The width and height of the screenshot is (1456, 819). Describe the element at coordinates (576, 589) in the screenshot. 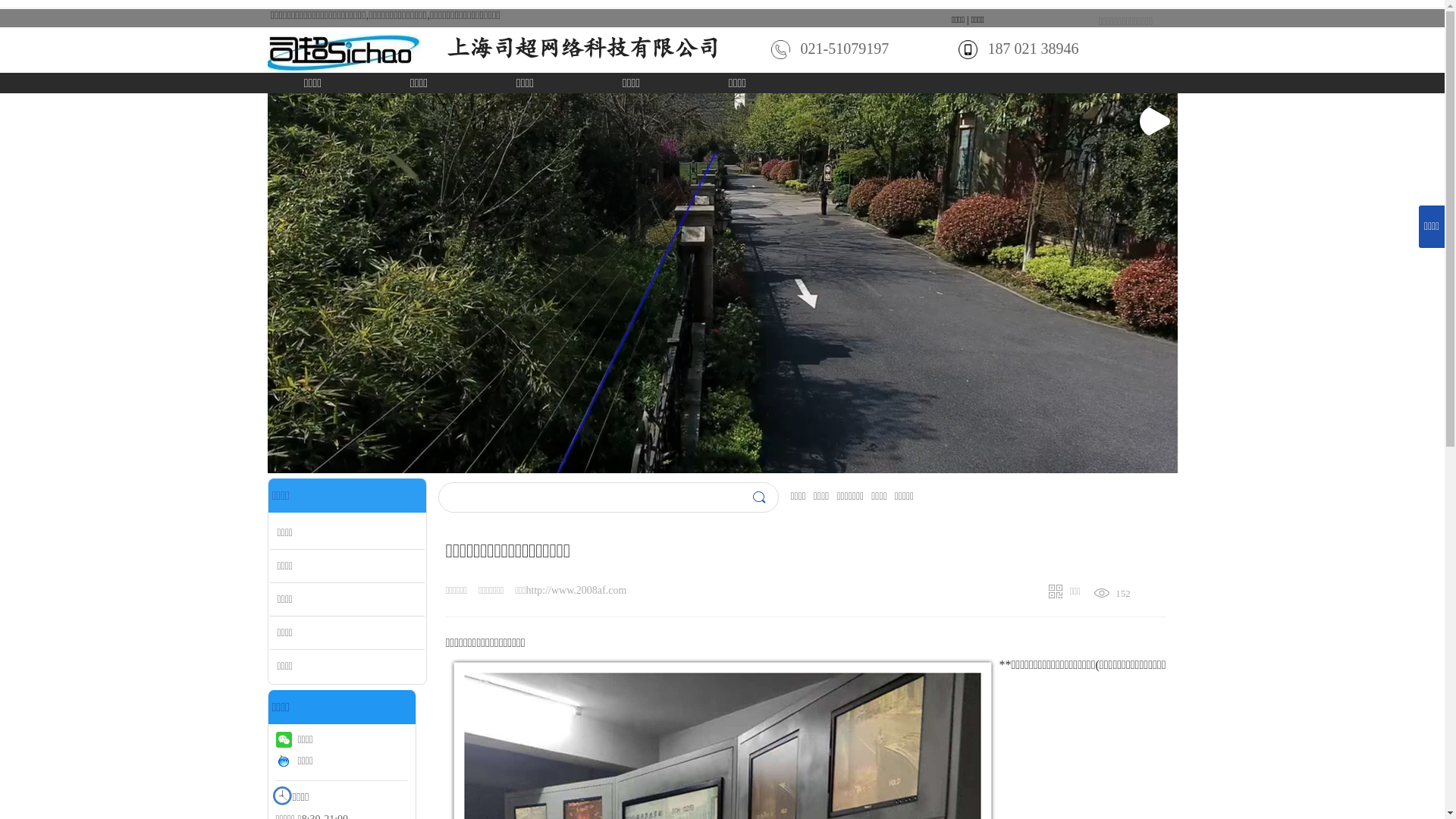

I see `'http://www.2008af.com'` at that location.